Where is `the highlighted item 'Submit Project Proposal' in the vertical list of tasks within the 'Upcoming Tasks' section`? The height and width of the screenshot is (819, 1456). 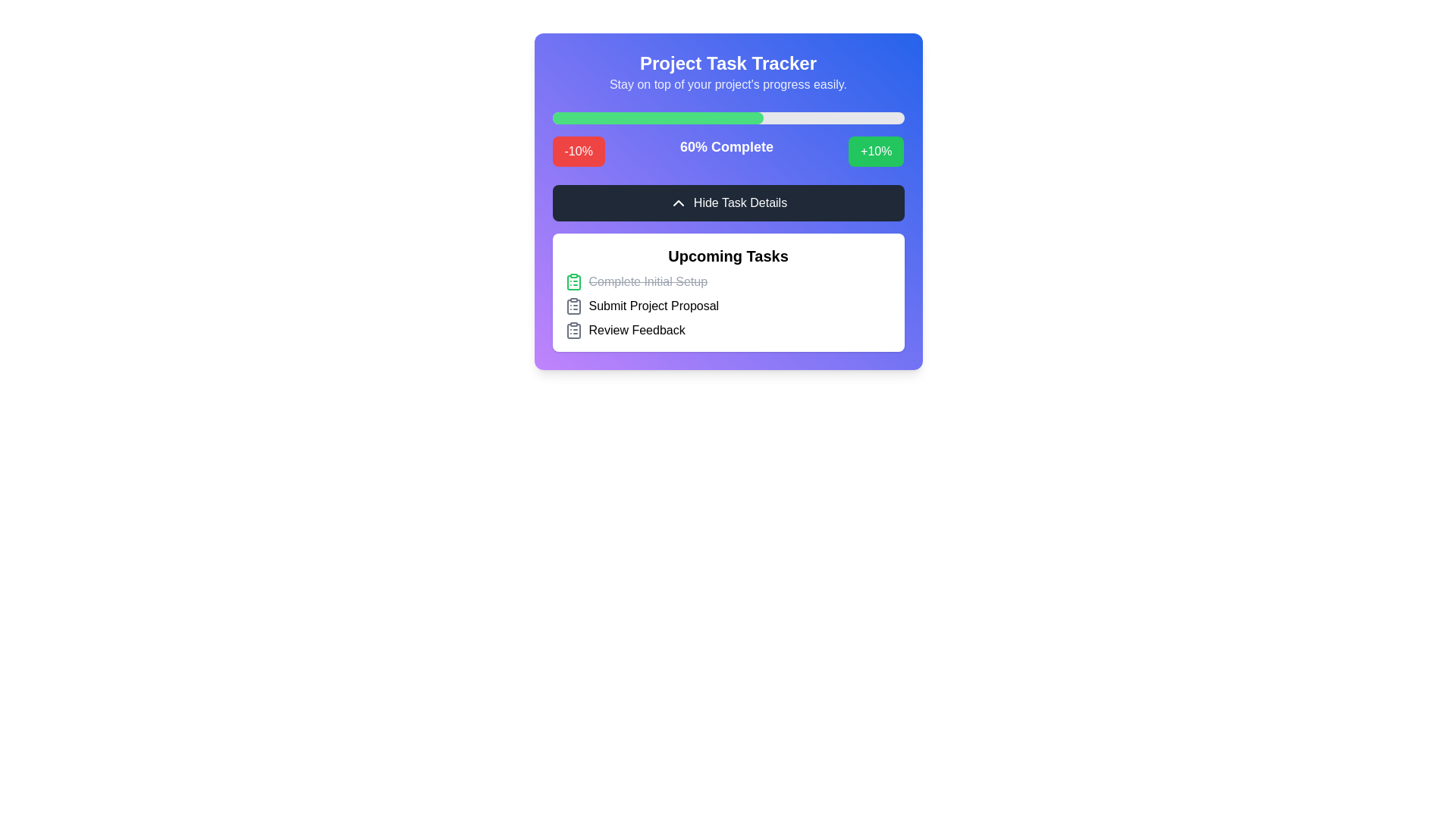 the highlighted item 'Submit Project Proposal' in the vertical list of tasks within the 'Upcoming Tasks' section is located at coordinates (728, 306).